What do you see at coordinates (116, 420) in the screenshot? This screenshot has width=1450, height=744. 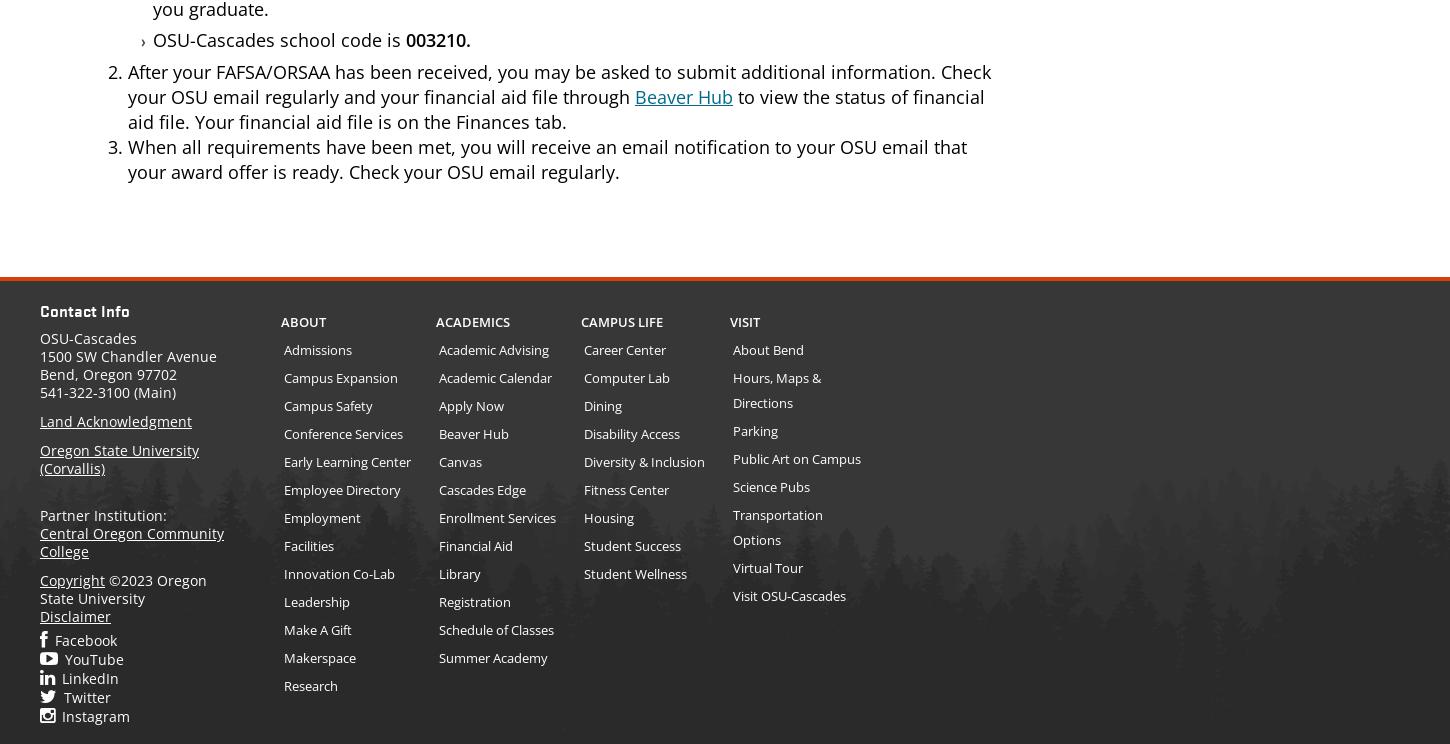 I see `'Land Acknowledgment'` at bounding box center [116, 420].